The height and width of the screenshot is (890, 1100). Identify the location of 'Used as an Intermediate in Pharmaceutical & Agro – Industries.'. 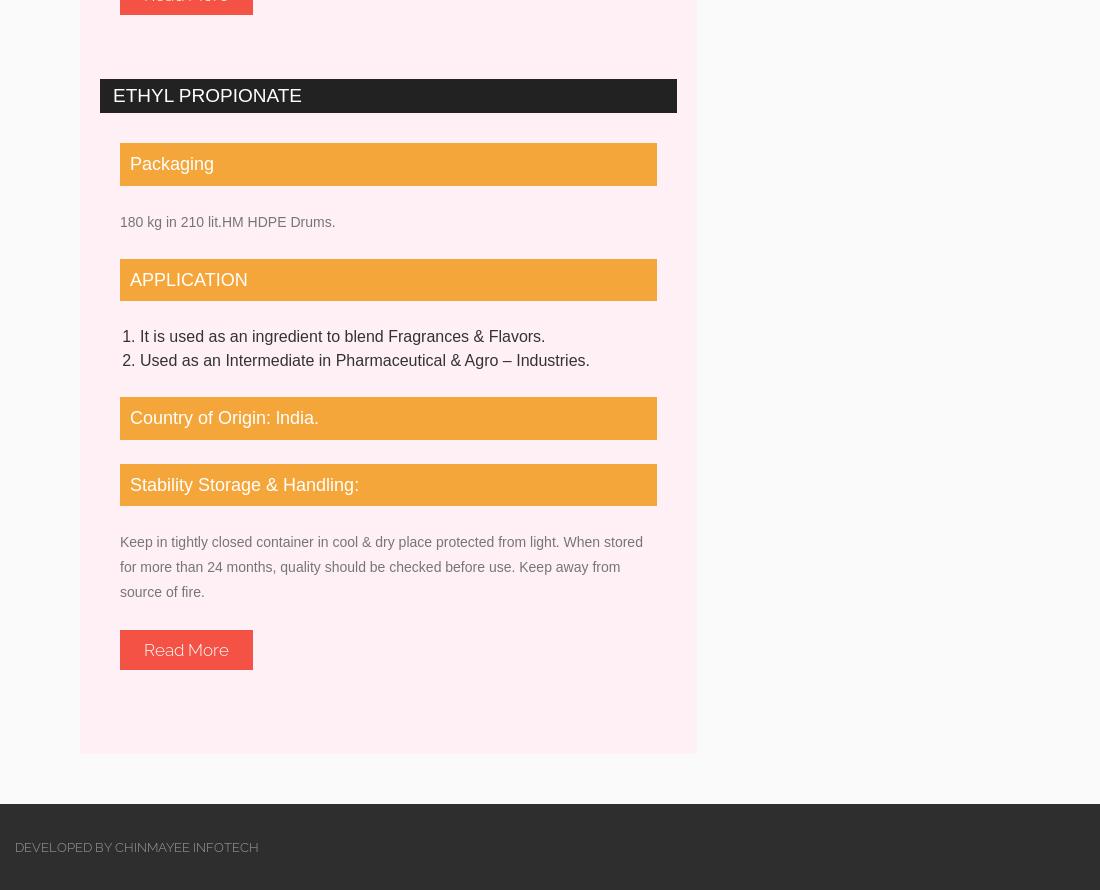
(364, 360).